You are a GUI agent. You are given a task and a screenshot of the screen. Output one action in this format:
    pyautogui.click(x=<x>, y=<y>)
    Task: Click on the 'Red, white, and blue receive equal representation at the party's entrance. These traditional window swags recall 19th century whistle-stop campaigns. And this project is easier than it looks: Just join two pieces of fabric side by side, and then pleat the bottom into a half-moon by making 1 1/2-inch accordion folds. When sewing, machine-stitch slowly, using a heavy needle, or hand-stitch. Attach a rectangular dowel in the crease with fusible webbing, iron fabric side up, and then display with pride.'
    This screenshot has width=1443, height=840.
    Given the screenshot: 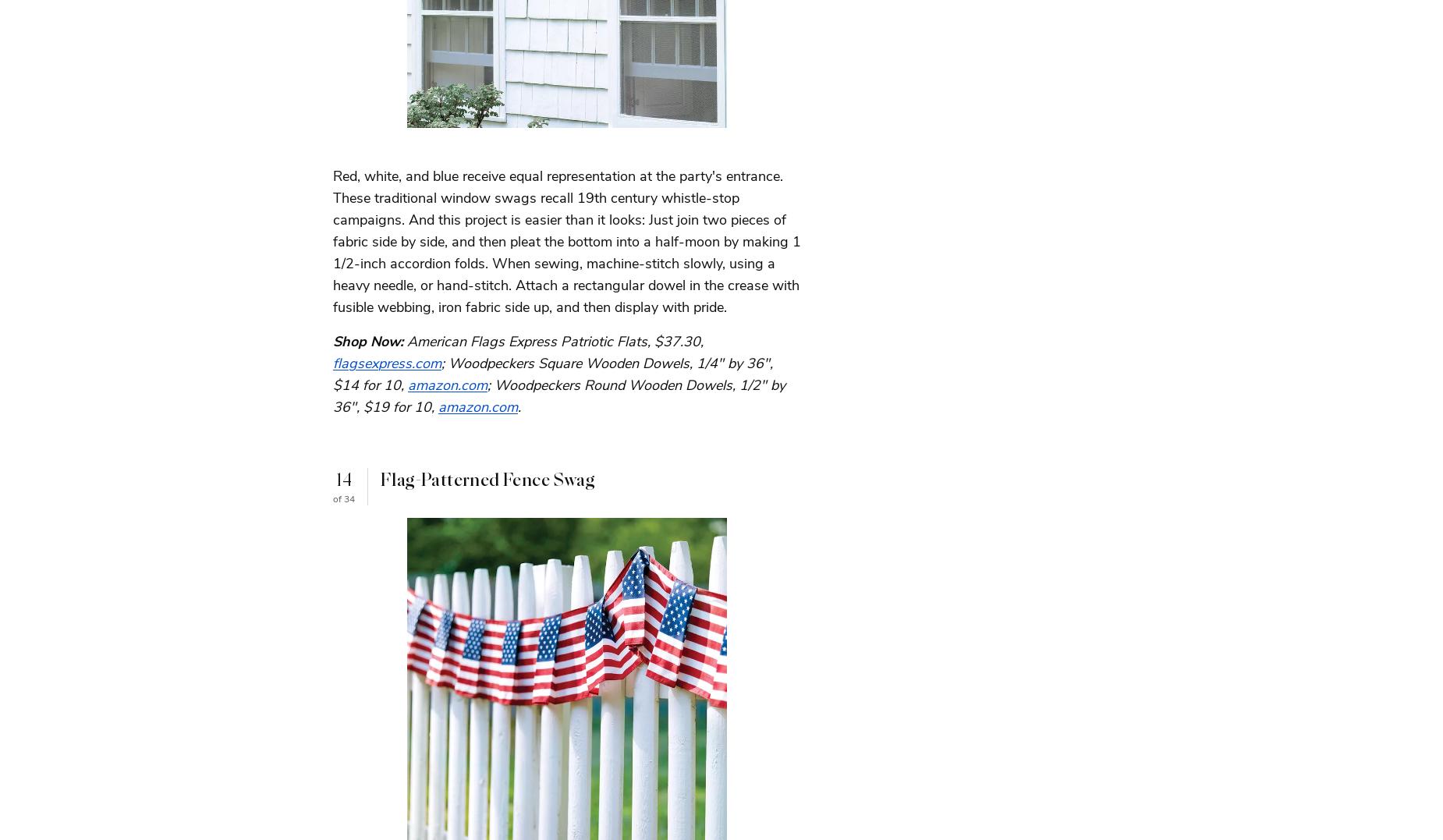 What is the action you would take?
    pyautogui.click(x=567, y=240)
    